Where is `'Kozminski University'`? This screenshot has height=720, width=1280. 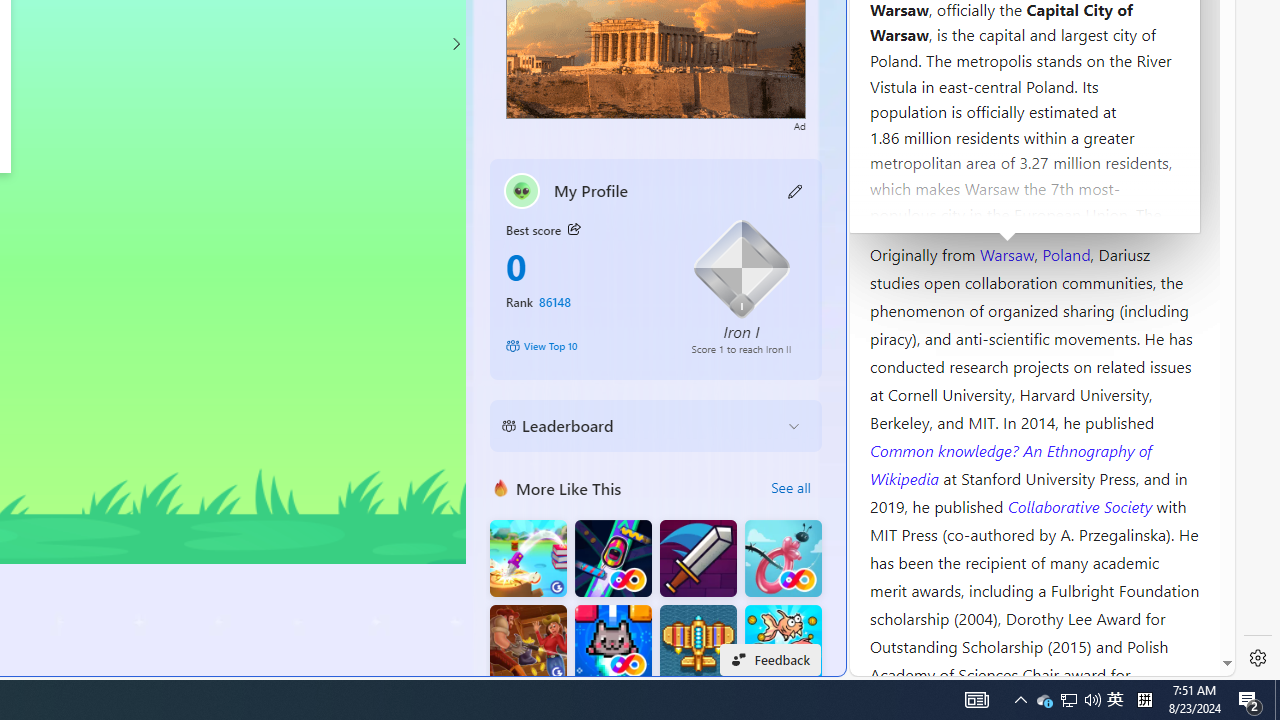 'Kozminski University' is located at coordinates (1034, 135).